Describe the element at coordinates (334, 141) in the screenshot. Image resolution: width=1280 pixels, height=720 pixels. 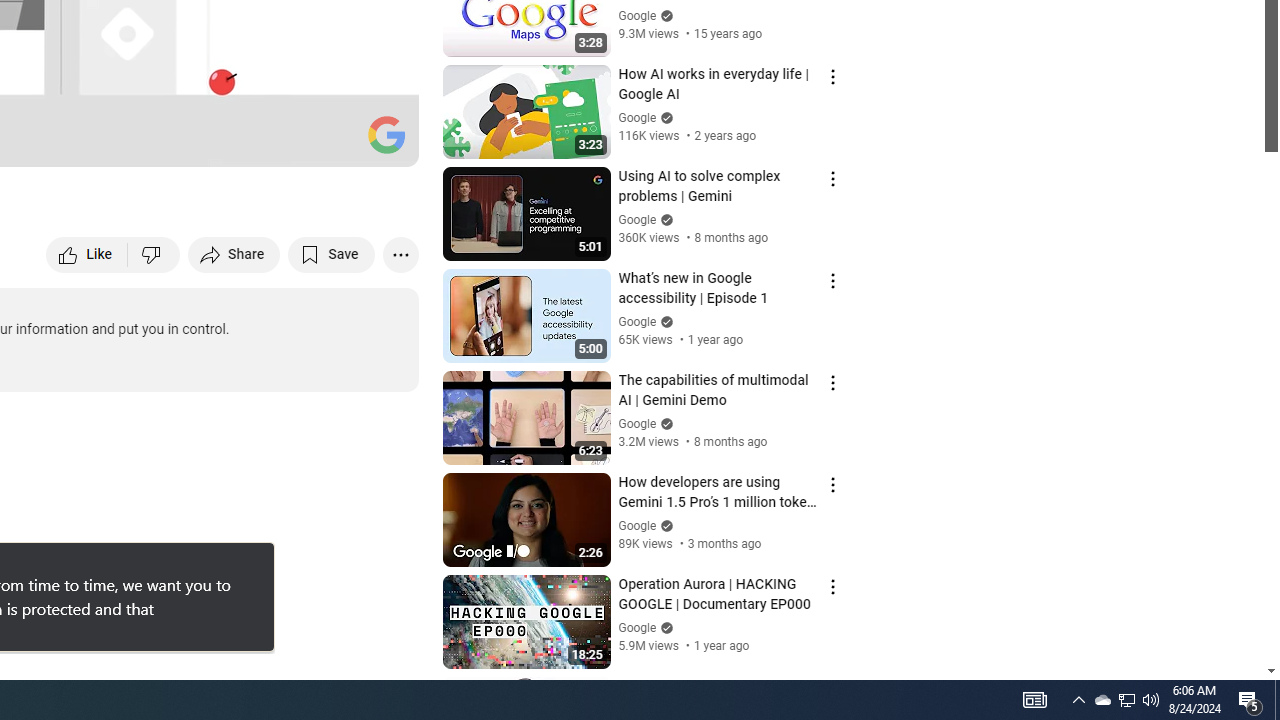
I see `'Theater mode (t)'` at that location.